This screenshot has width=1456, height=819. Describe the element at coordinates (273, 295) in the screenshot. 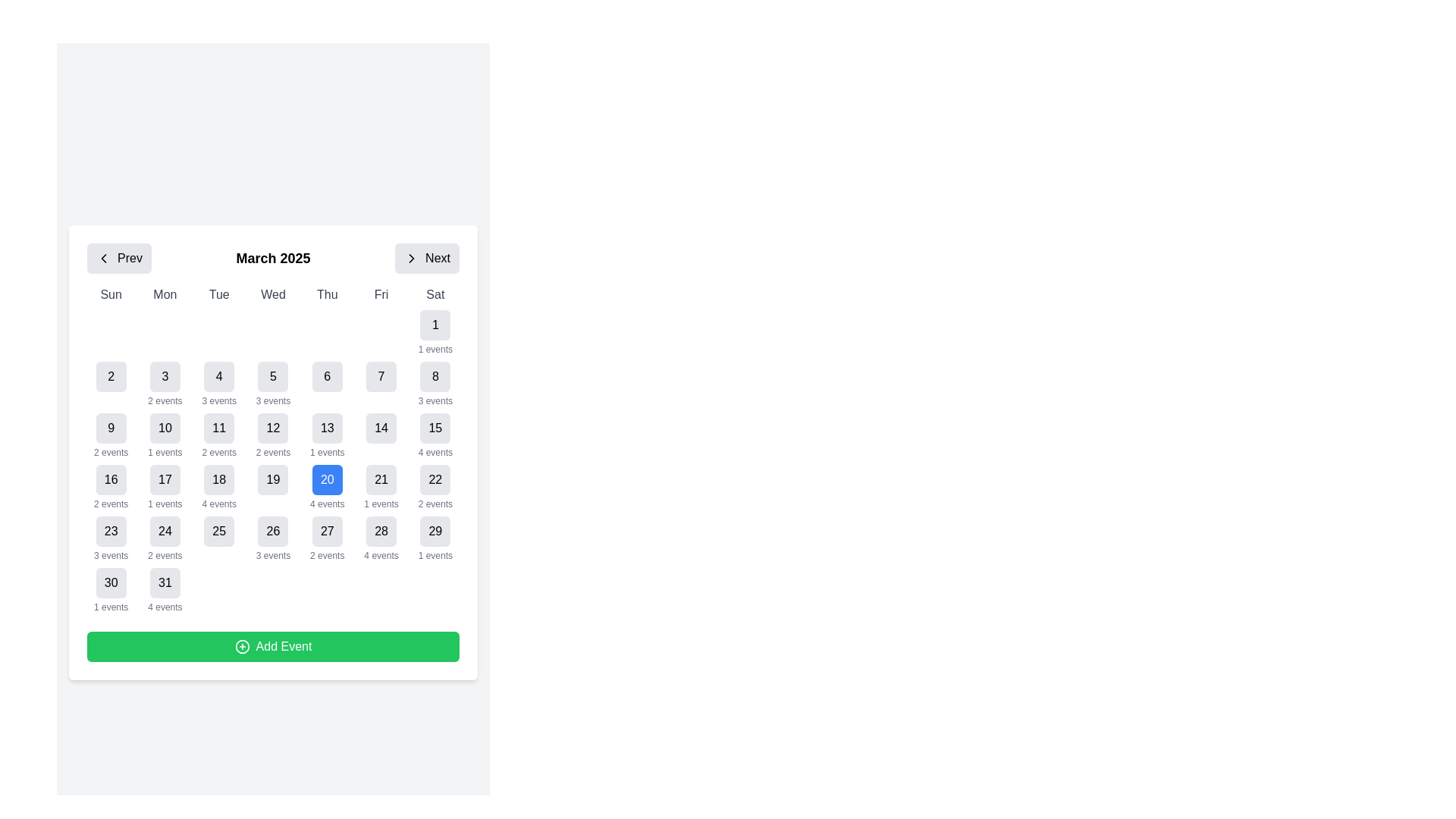

I see `the text indicating Wednesday in the calendar view` at that location.